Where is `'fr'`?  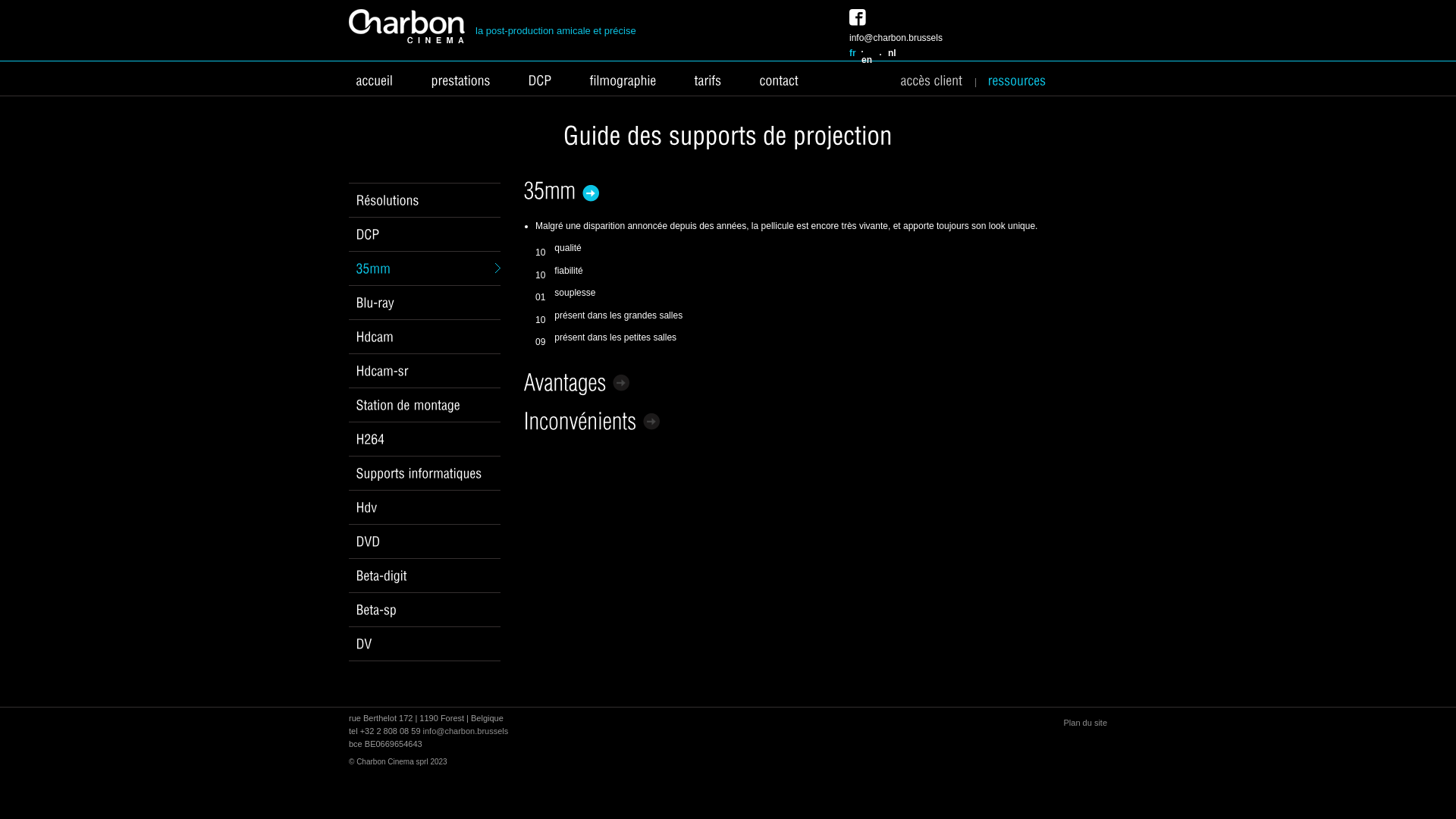 'fr' is located at coordinates (852, 52).